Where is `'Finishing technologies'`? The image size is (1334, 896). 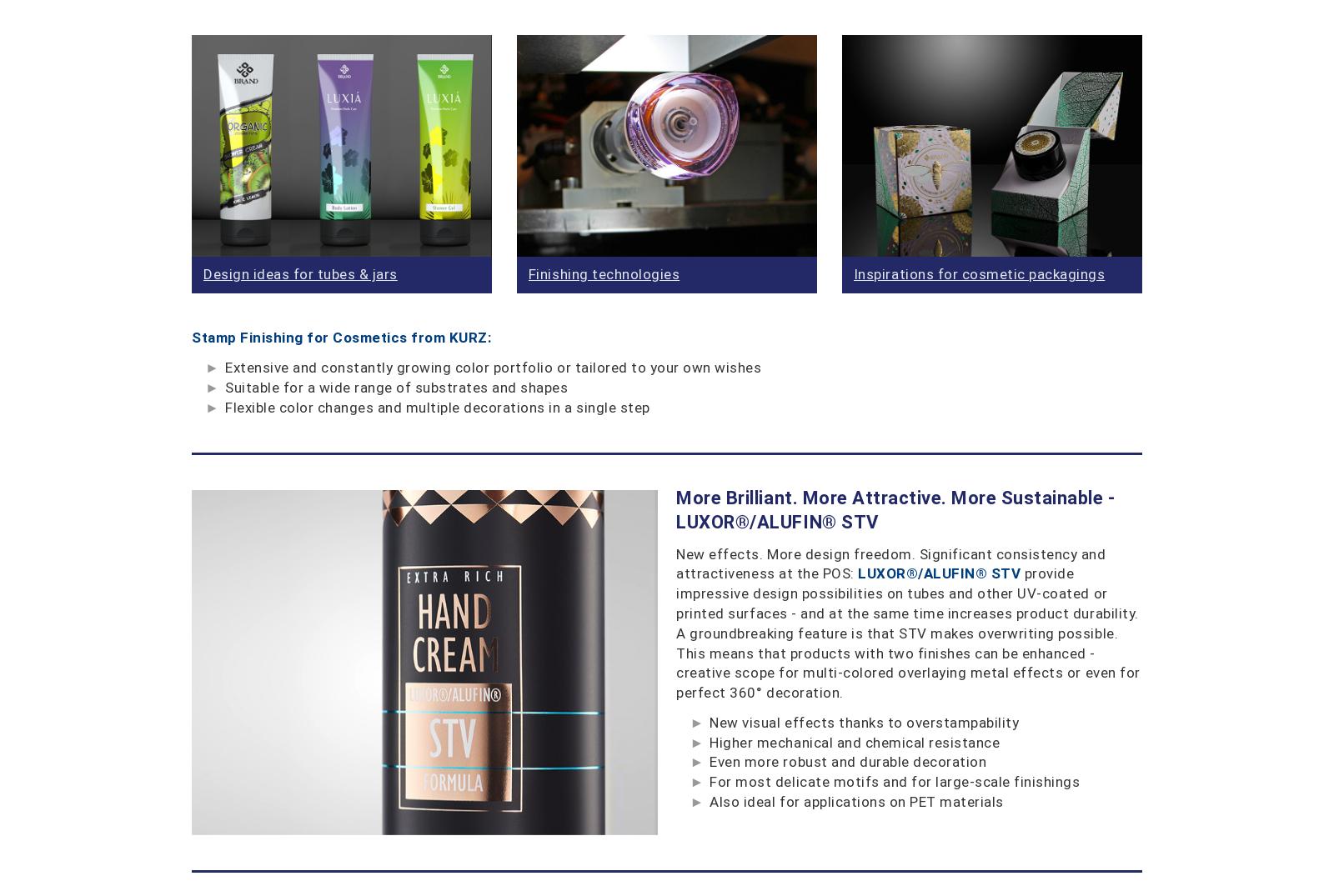
'Finishing technologies' is located at coordinates (604, 273).